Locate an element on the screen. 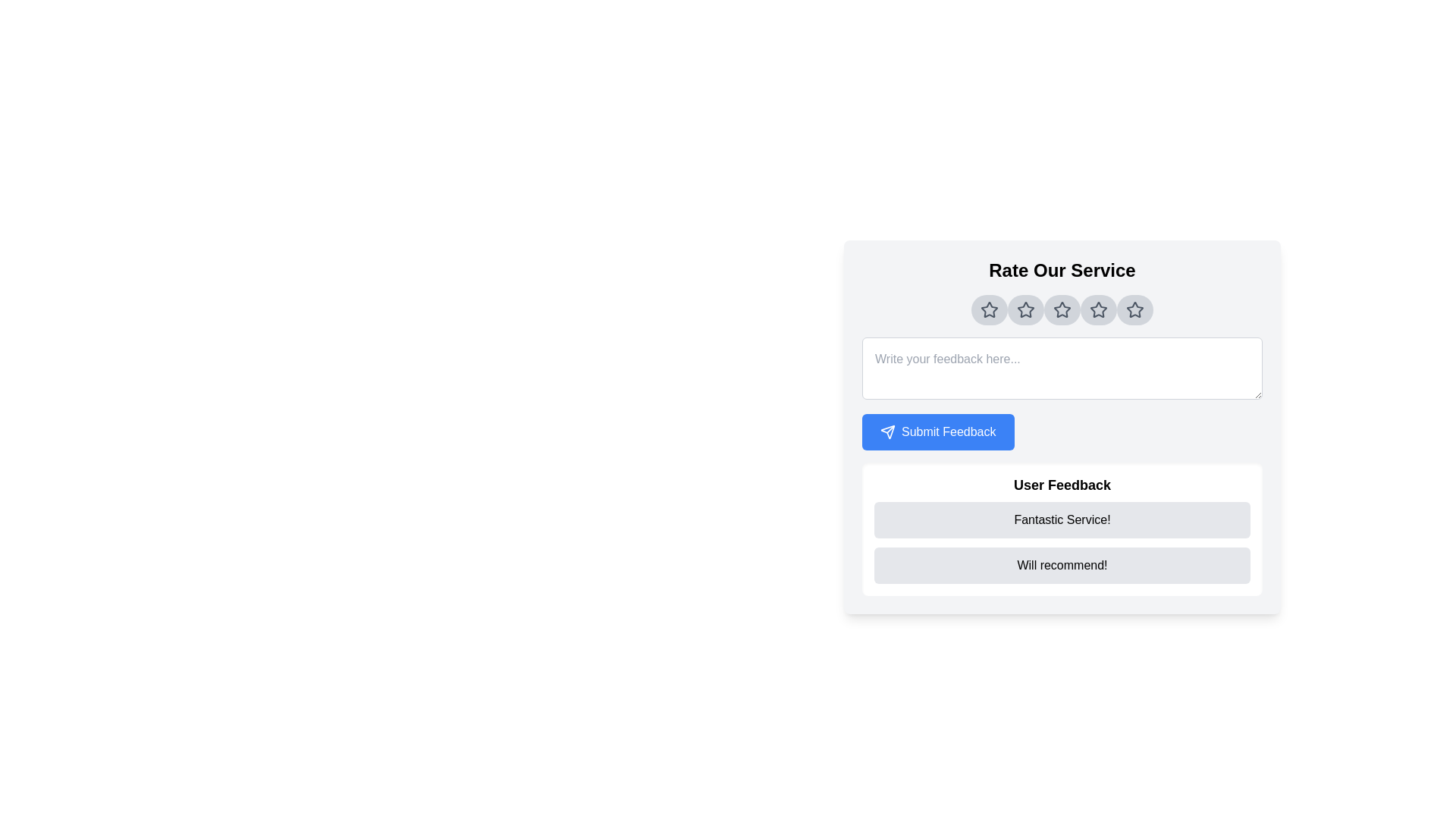 This screenshot has width=1456, height=819. the third star button in the rating sequence is located at coordinates (1062, 309).